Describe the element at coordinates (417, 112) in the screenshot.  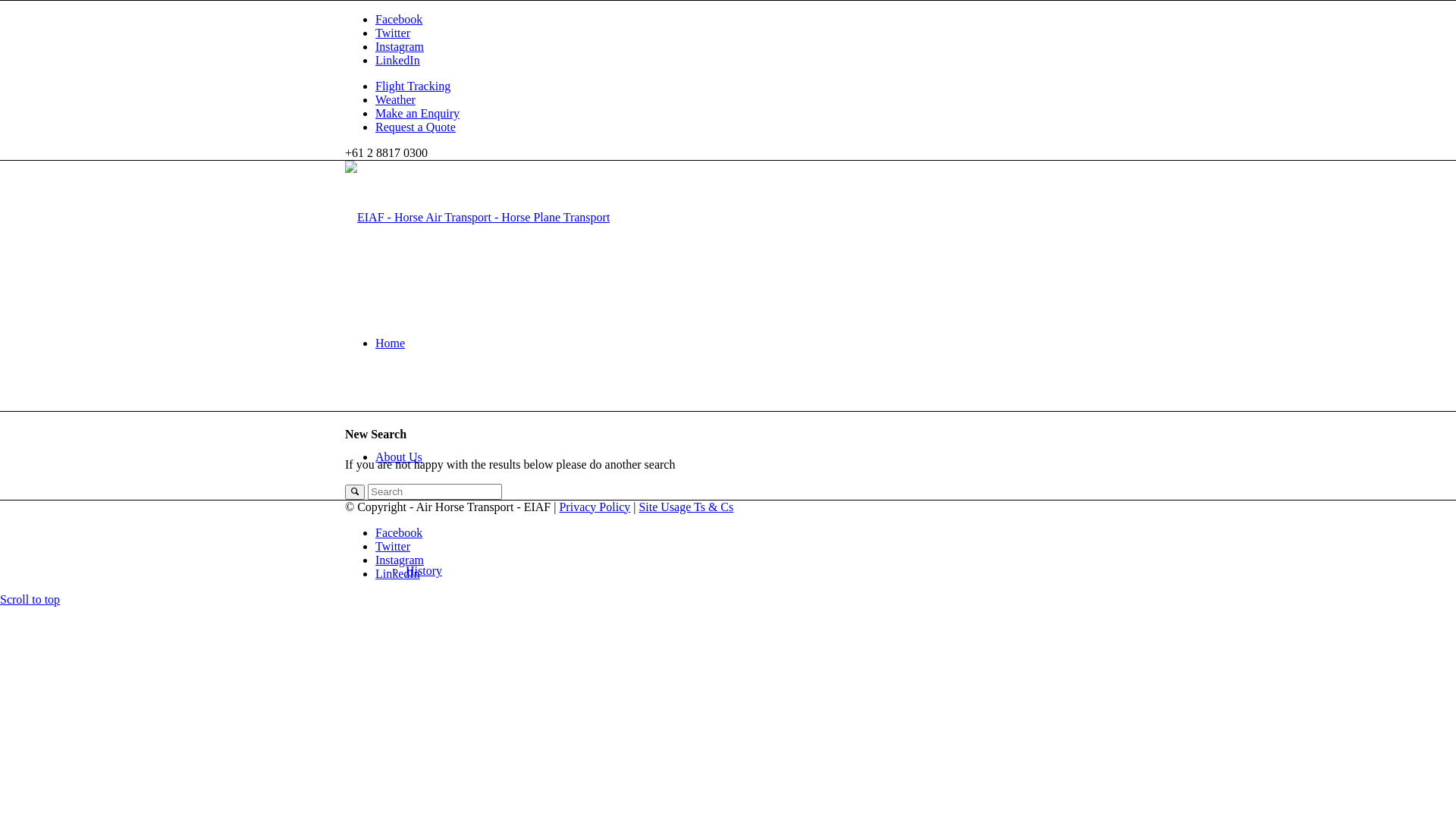
I see `'Make an Enquiry'` at that location.